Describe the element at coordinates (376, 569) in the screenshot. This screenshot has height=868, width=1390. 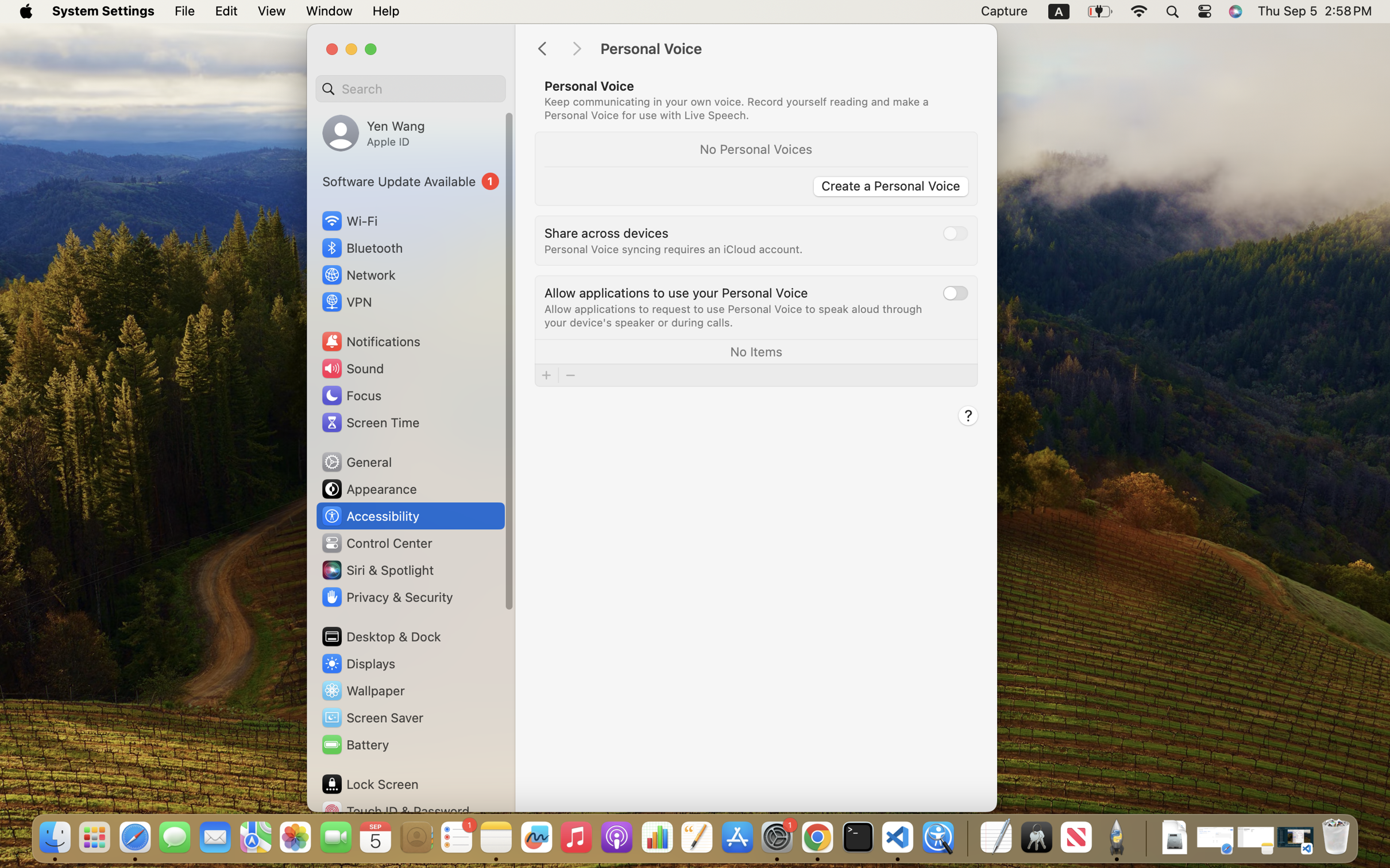
I see `'Siri & Spotlight'` at that location.